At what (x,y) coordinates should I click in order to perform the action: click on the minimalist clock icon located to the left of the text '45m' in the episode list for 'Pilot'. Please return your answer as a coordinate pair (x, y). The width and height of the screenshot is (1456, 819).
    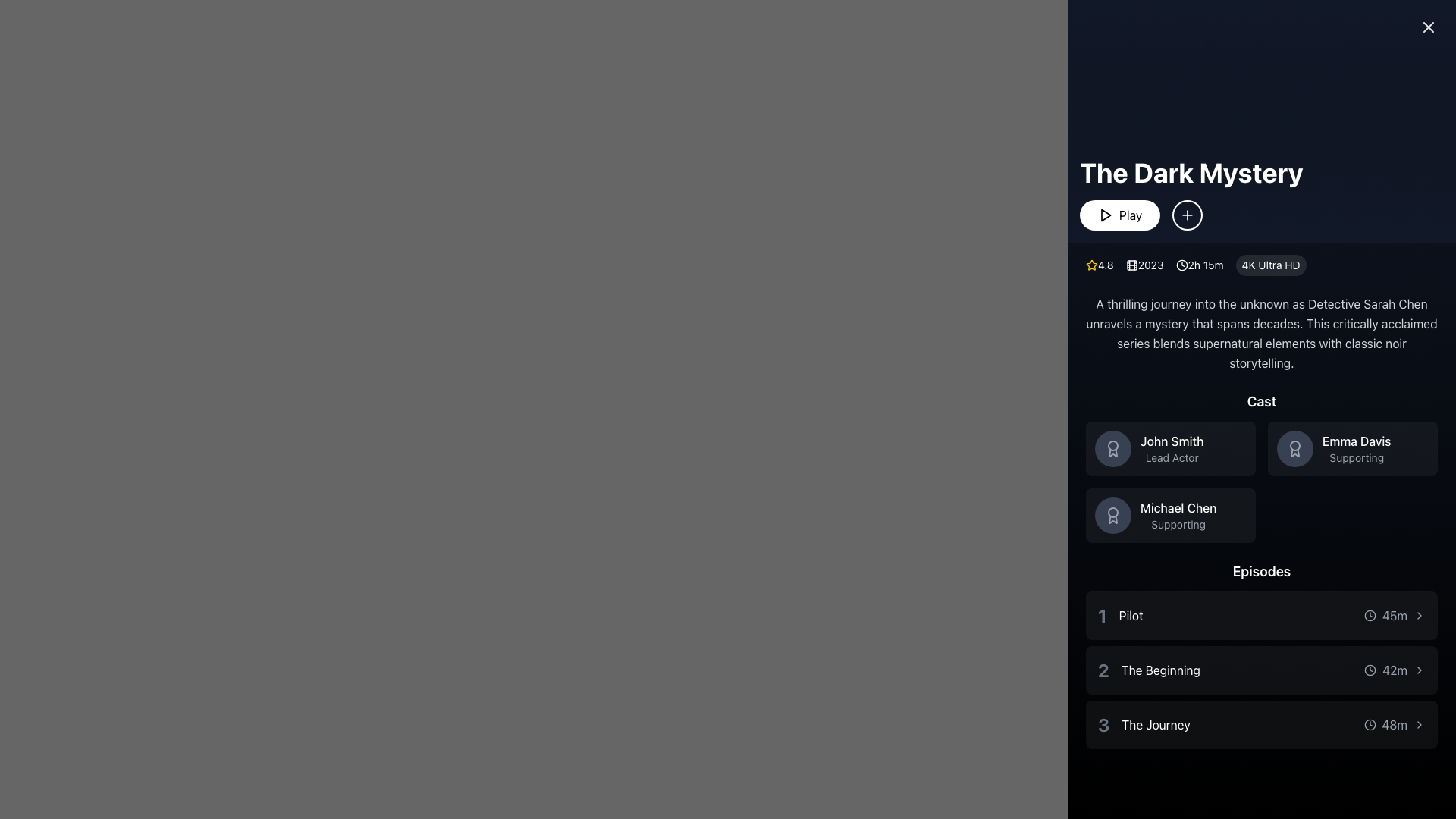
    Looking at the image, I should click on (1370, 616).